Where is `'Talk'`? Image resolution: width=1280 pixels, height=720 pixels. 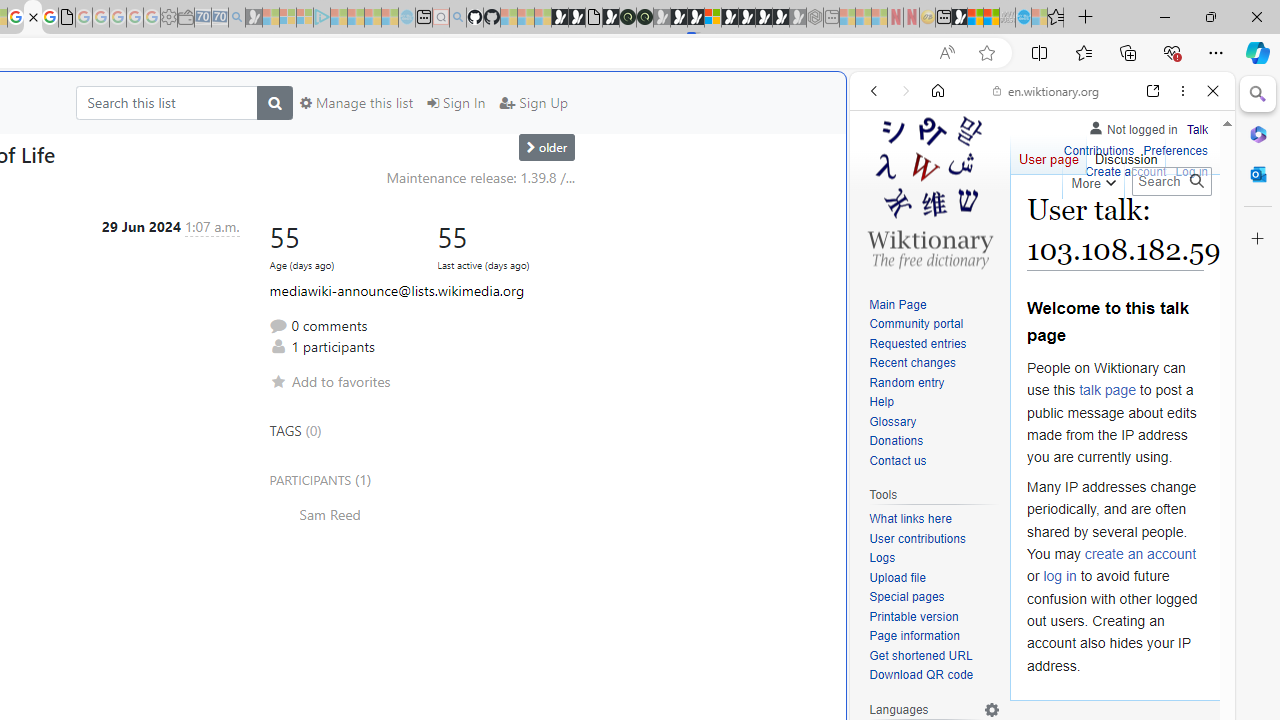
'Talk' is located at coordinates (1197, 129).